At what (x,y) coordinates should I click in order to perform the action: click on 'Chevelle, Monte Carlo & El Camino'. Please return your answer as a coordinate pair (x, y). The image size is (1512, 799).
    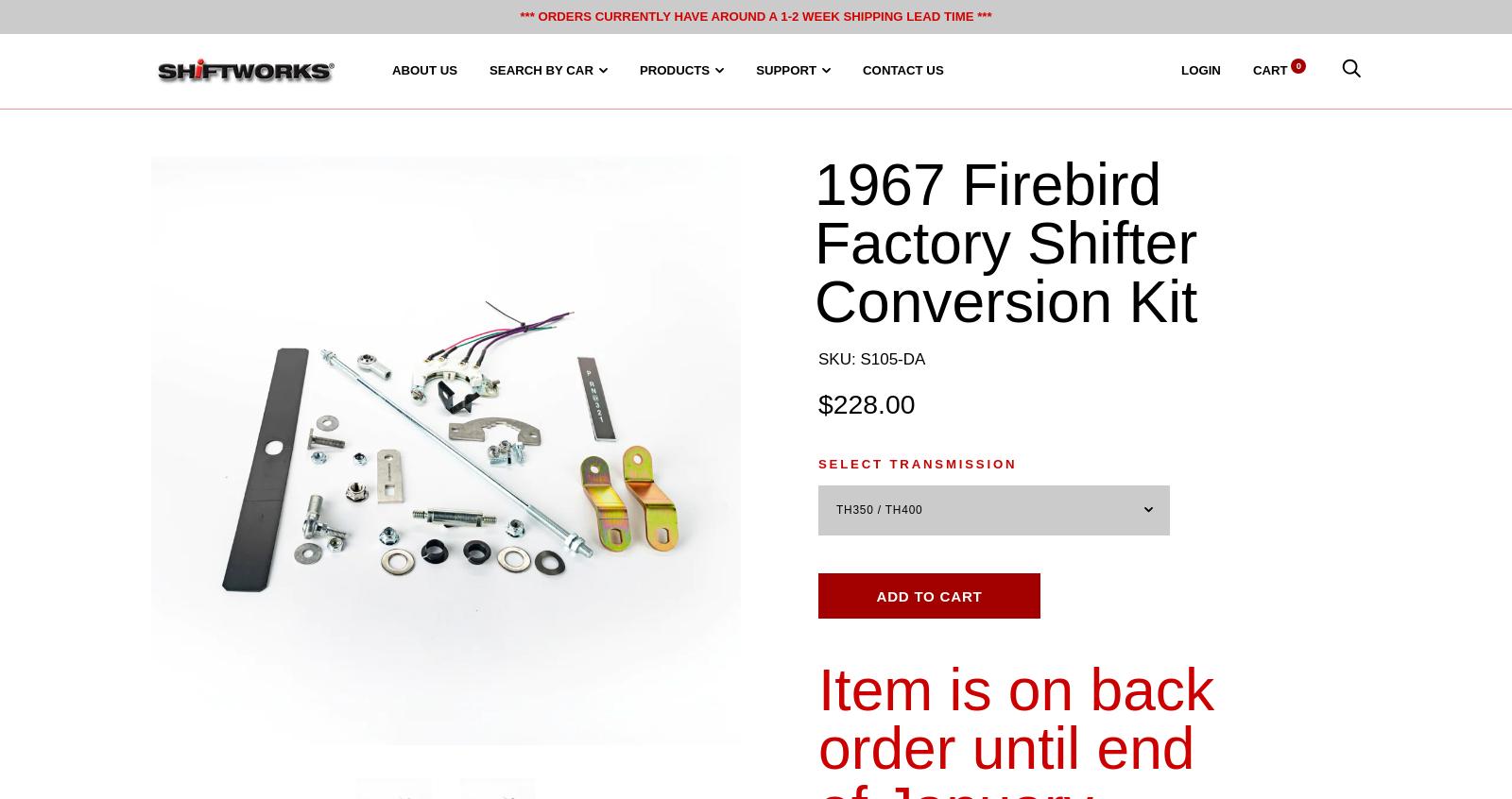
    Looking at the image, I should click on (724, 280).